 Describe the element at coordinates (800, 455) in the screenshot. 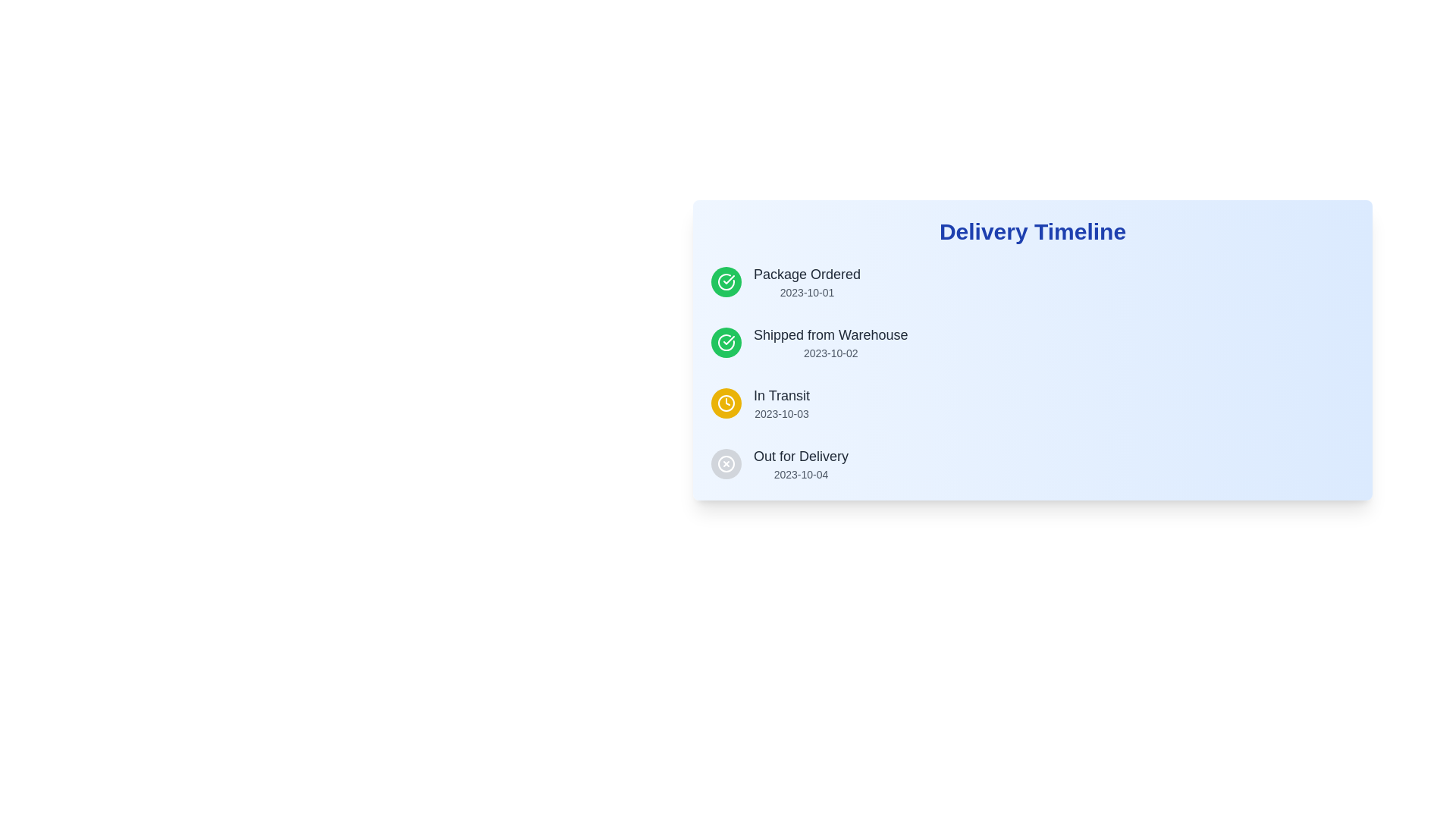

I see `the delivery status label indicating 'Out for Delivery', which is the fourth entry in the vertical delivery timeline, positioned below 'In Transit' and above the date '2023-10-04'` at that location.